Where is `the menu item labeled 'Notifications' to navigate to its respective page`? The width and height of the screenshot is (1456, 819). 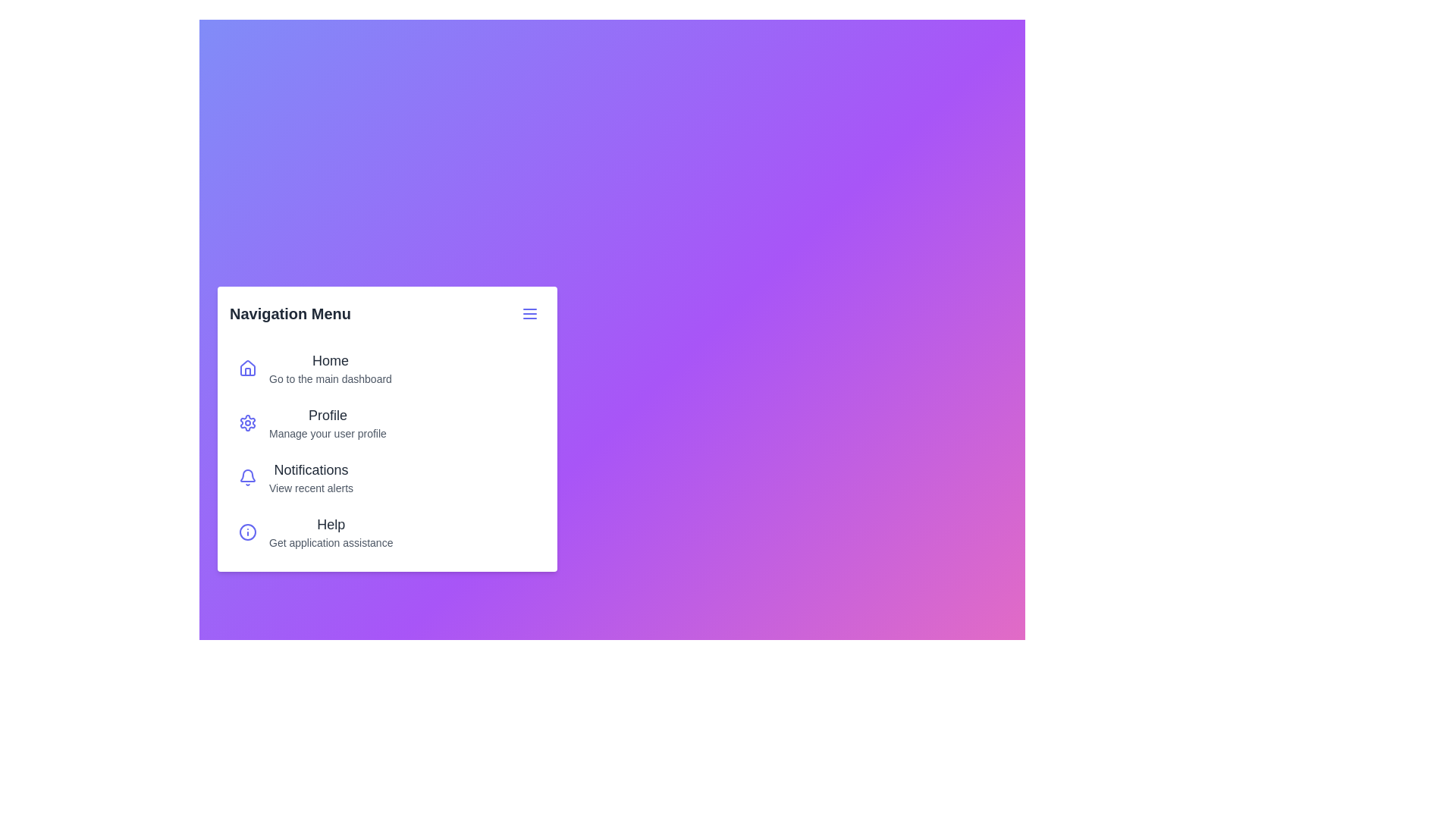 the menu item labeled 'Notifications' to navigate to its respective page is located at coordinates (387, 476).